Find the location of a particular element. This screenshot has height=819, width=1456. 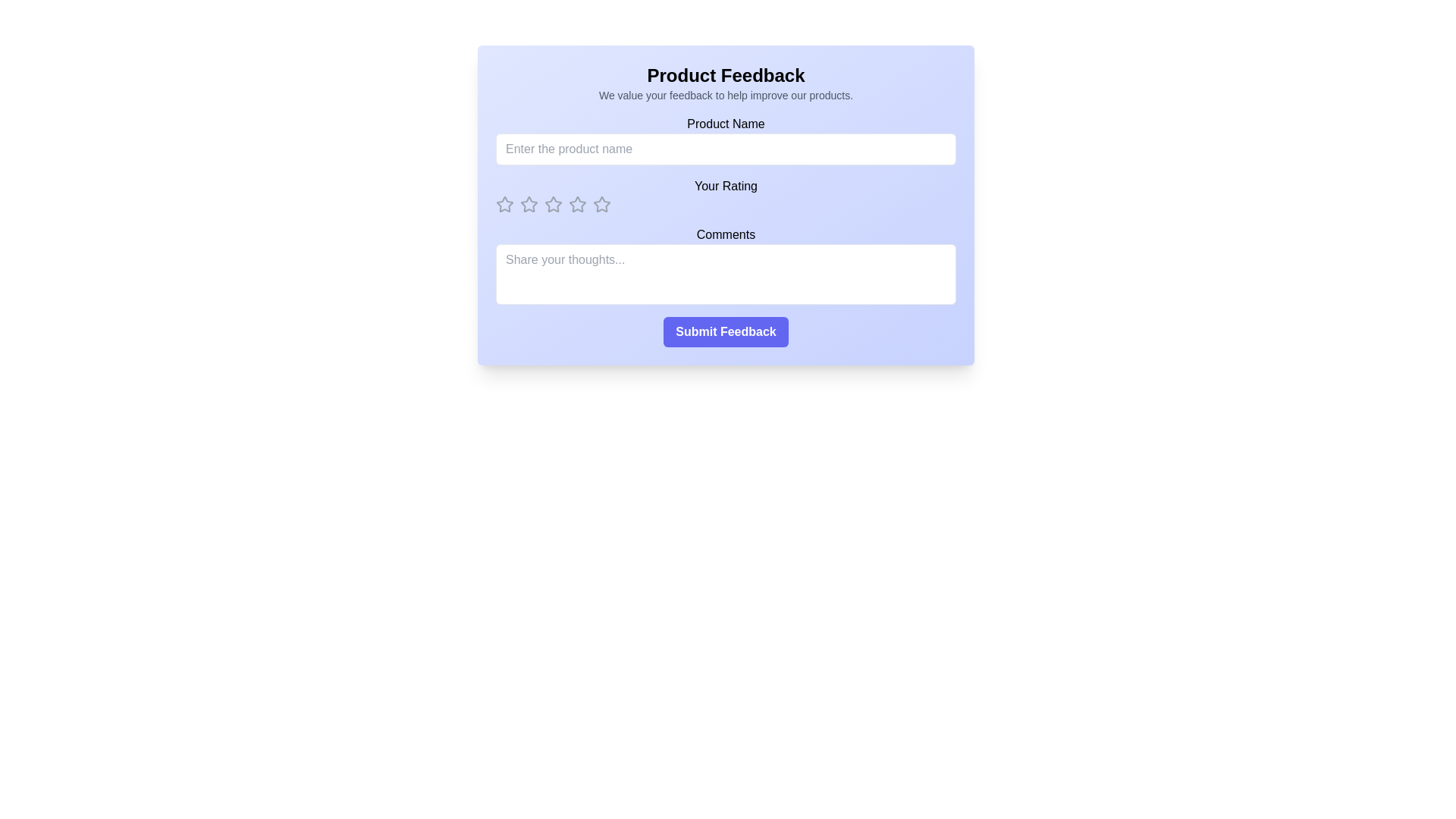

the 6th star icon in the horizontal sequence under the 'Your Rating' label to assign a rating is located at coordinates (601, 205).